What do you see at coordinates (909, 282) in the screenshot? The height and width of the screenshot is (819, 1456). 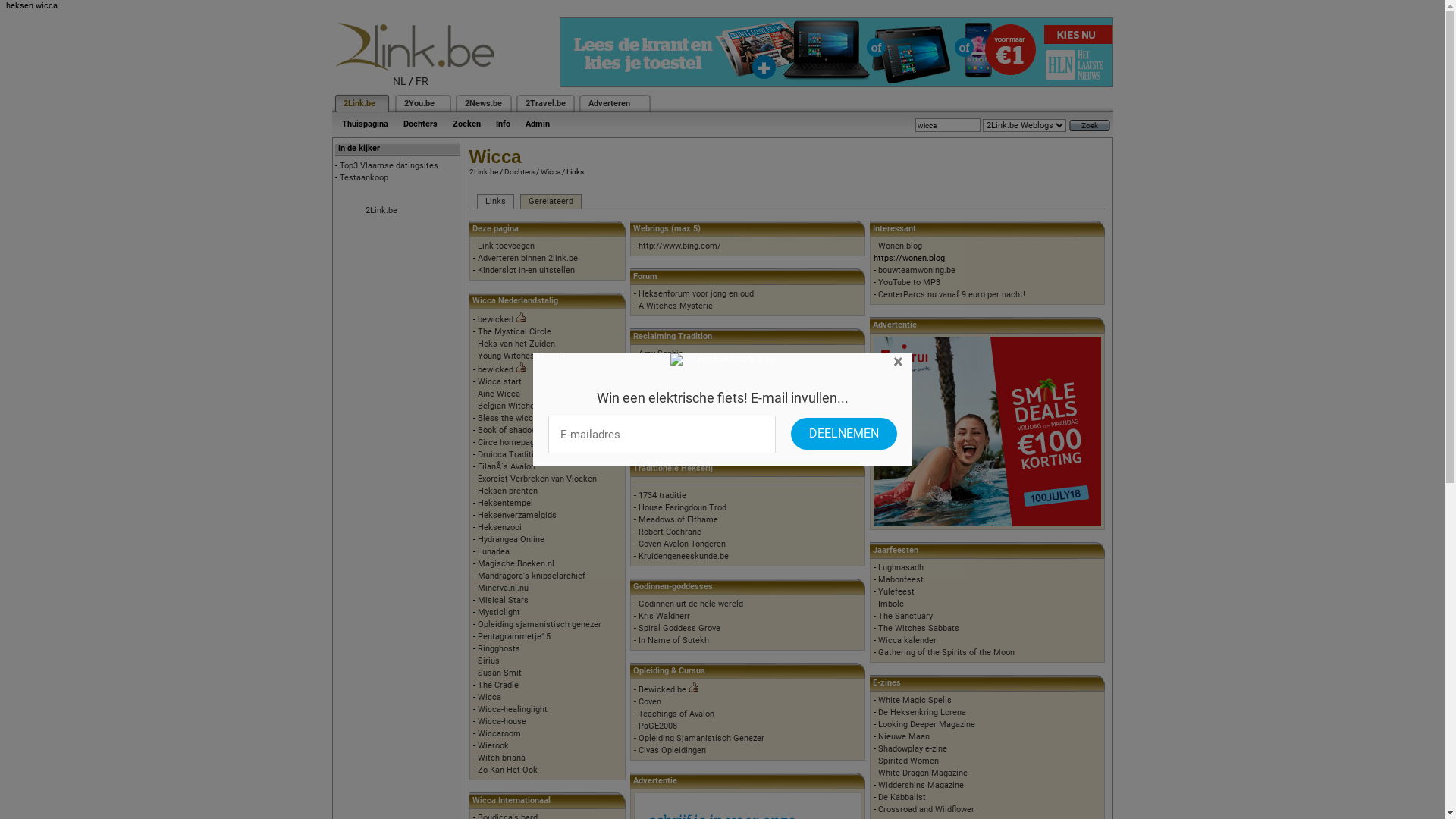 I see `'YouTube to MP3'` at bounding box center [909, 282].